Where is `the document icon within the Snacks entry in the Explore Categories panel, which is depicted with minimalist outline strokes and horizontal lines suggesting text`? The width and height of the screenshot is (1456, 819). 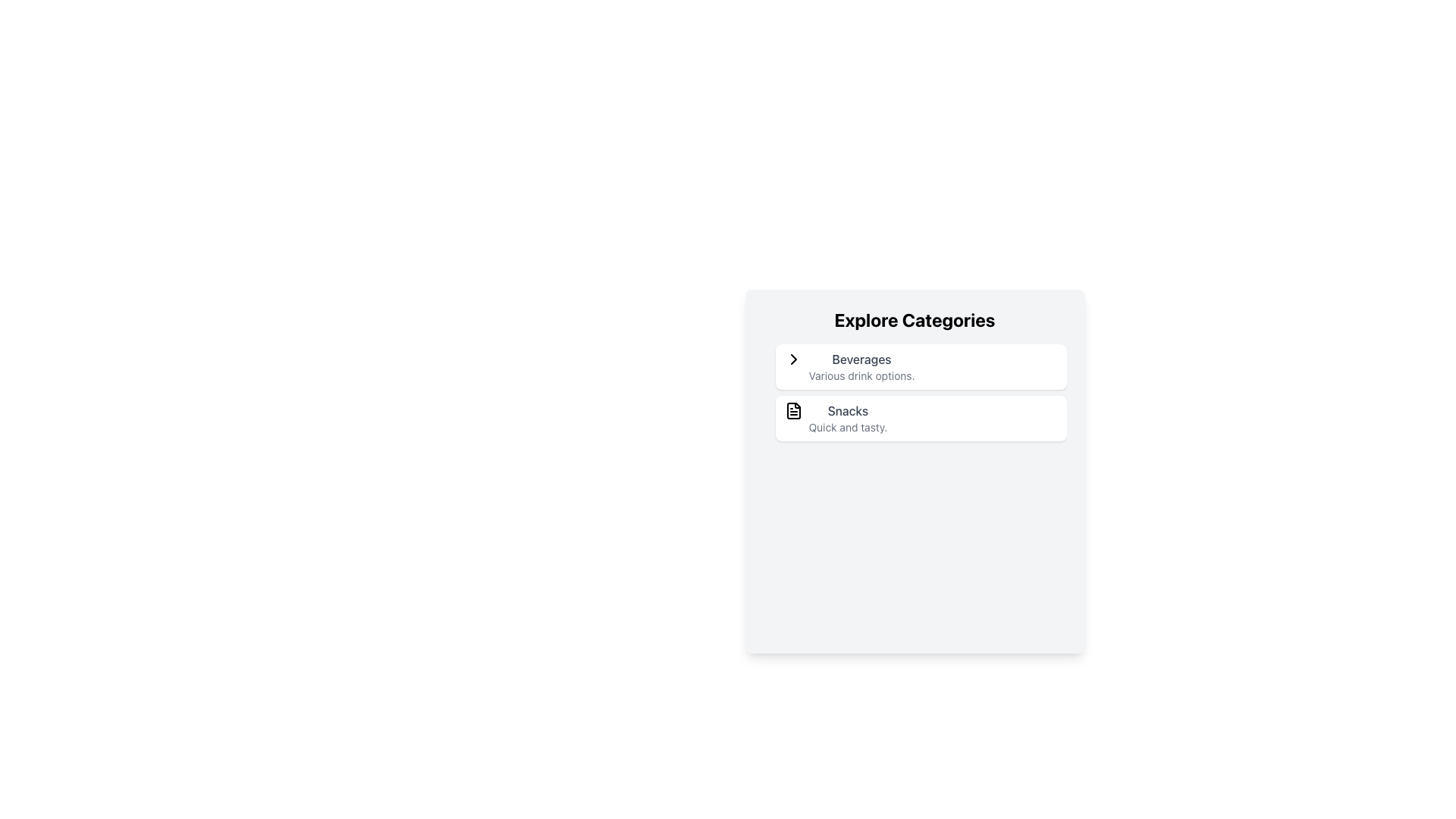
the document icon within the Snacks entry in the Explore Categories panel, which is depicted with minimalist outline strokes and horizontal lines suggesting text is located at coordinates (792, 411).